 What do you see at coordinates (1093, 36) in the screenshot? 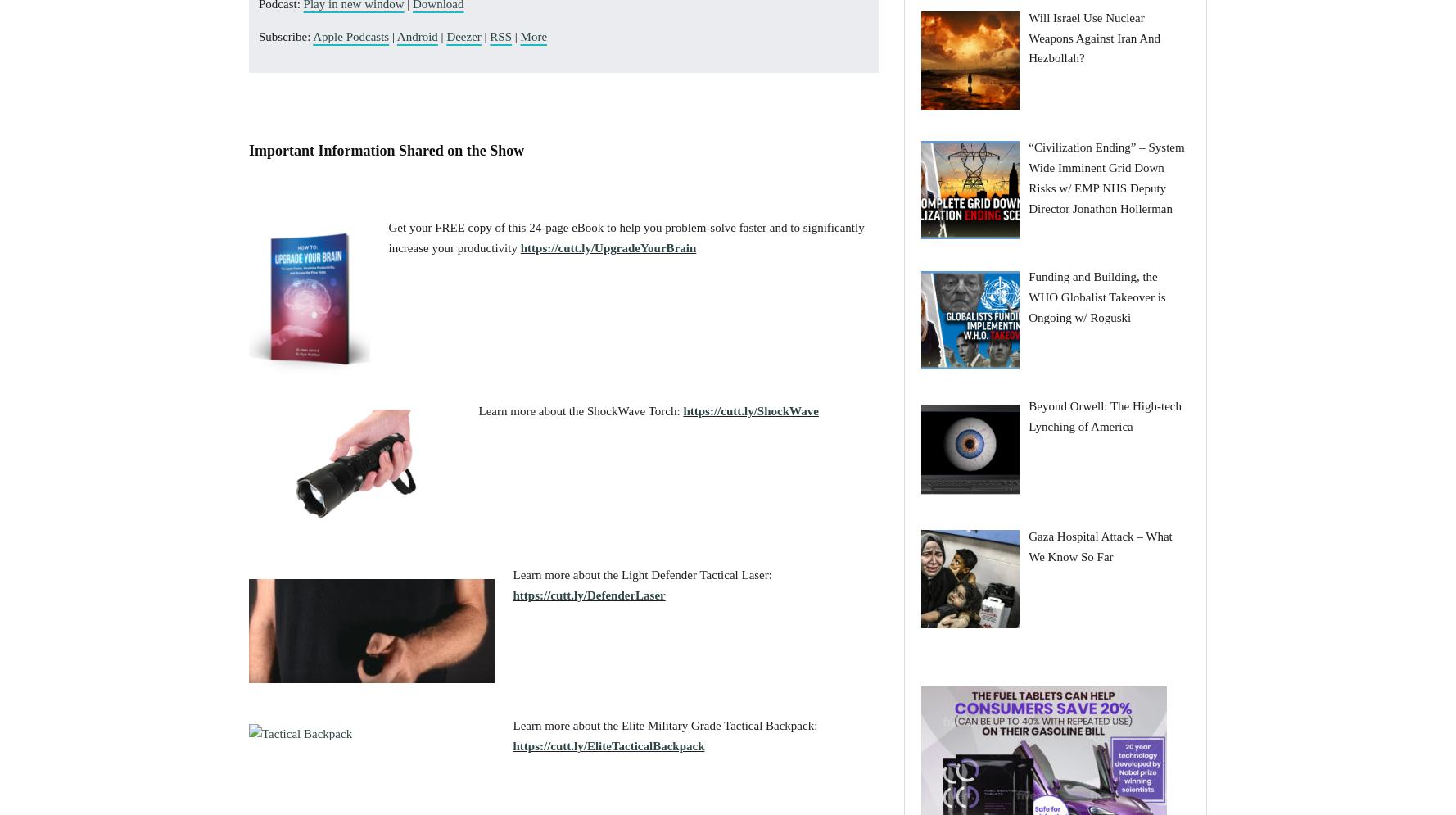
I see `'Will Israel Use Nuclear Weapons Against Iran And Hezbollah?'` at bounding box center [1093, 36].